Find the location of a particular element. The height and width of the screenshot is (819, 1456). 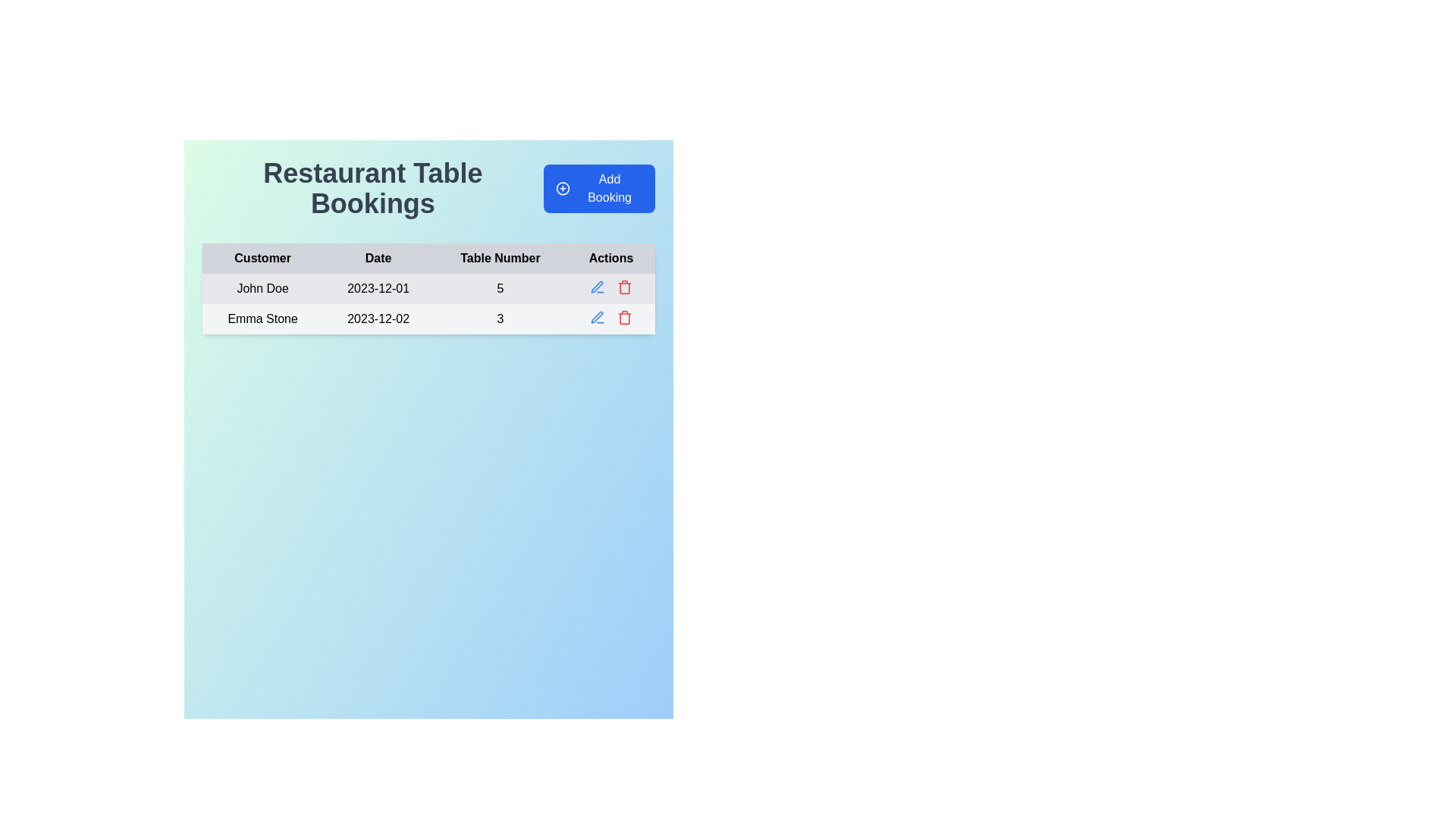

the 'Actions' text label, which is a bold, centered column title in the header of a data table, located at the far-right position of the header is located at coordinates (611, 257).